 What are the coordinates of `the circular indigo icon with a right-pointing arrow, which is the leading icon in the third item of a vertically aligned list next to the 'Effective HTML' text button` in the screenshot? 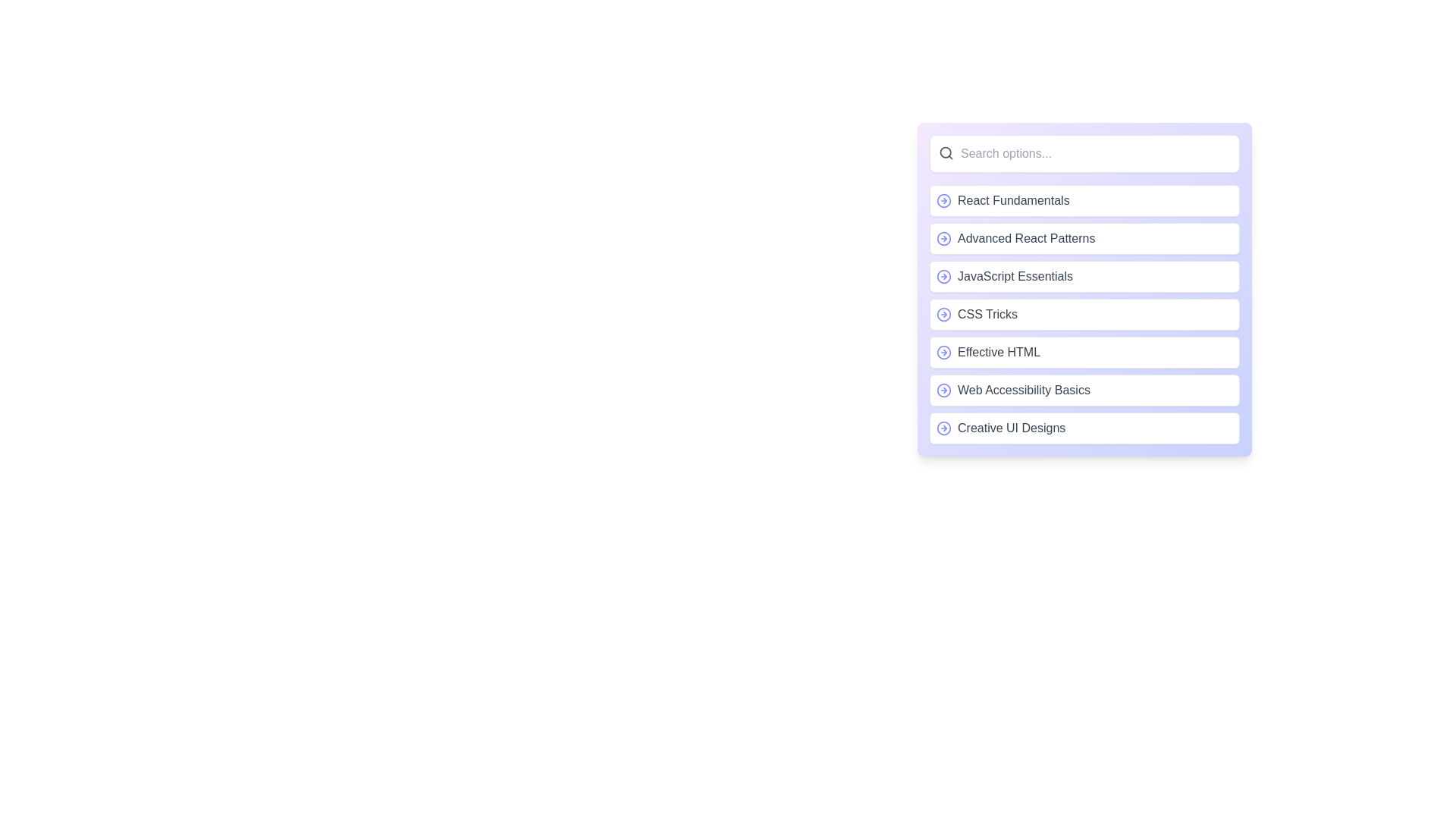 It's located at (943, 353).